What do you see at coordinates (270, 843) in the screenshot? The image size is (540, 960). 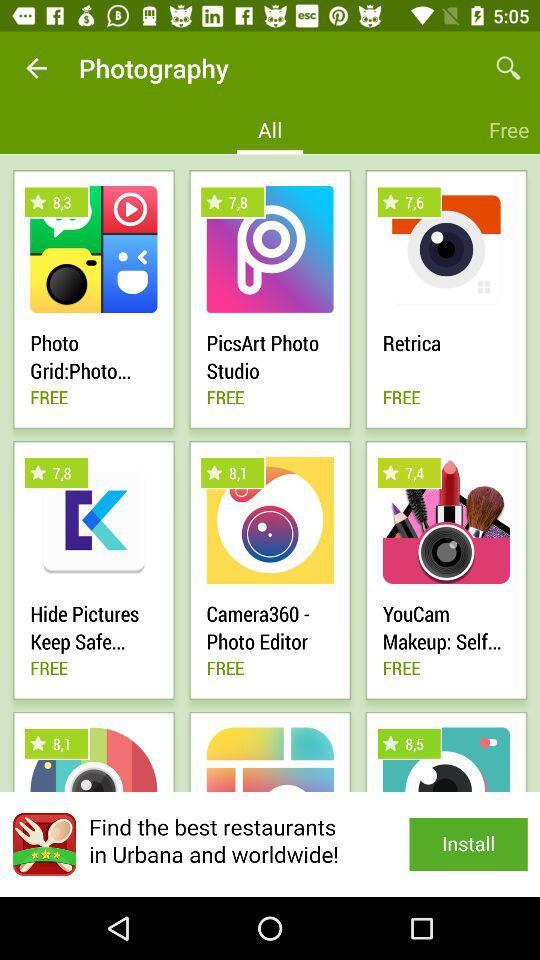 I see `advertisement` at bounding box center [270, 843].